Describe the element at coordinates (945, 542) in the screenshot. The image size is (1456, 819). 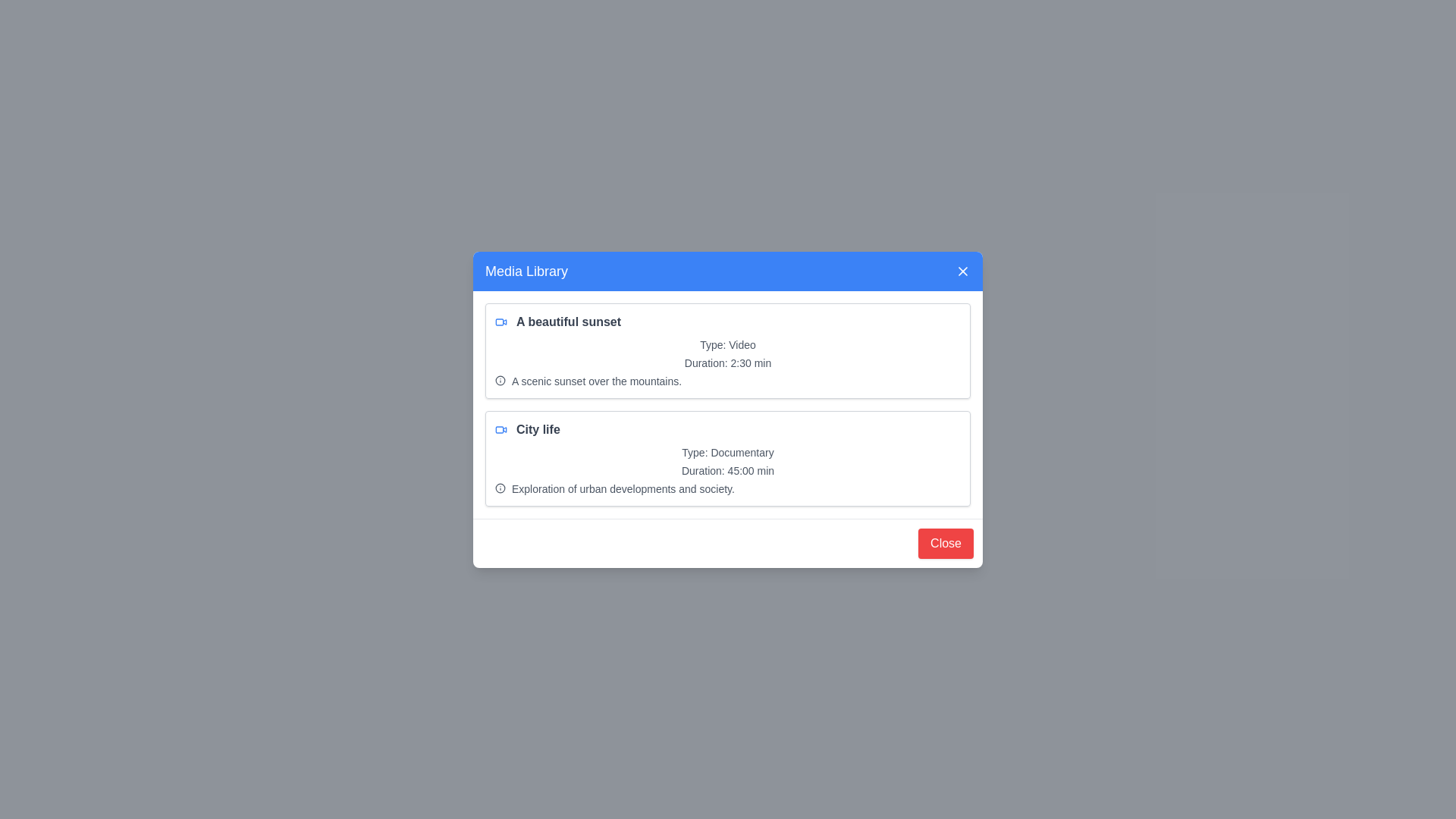
I see `the 'Close' button with a bright red background in the bottom-right corner of the 'Media Library' modal to observe the hover effect` at that location.